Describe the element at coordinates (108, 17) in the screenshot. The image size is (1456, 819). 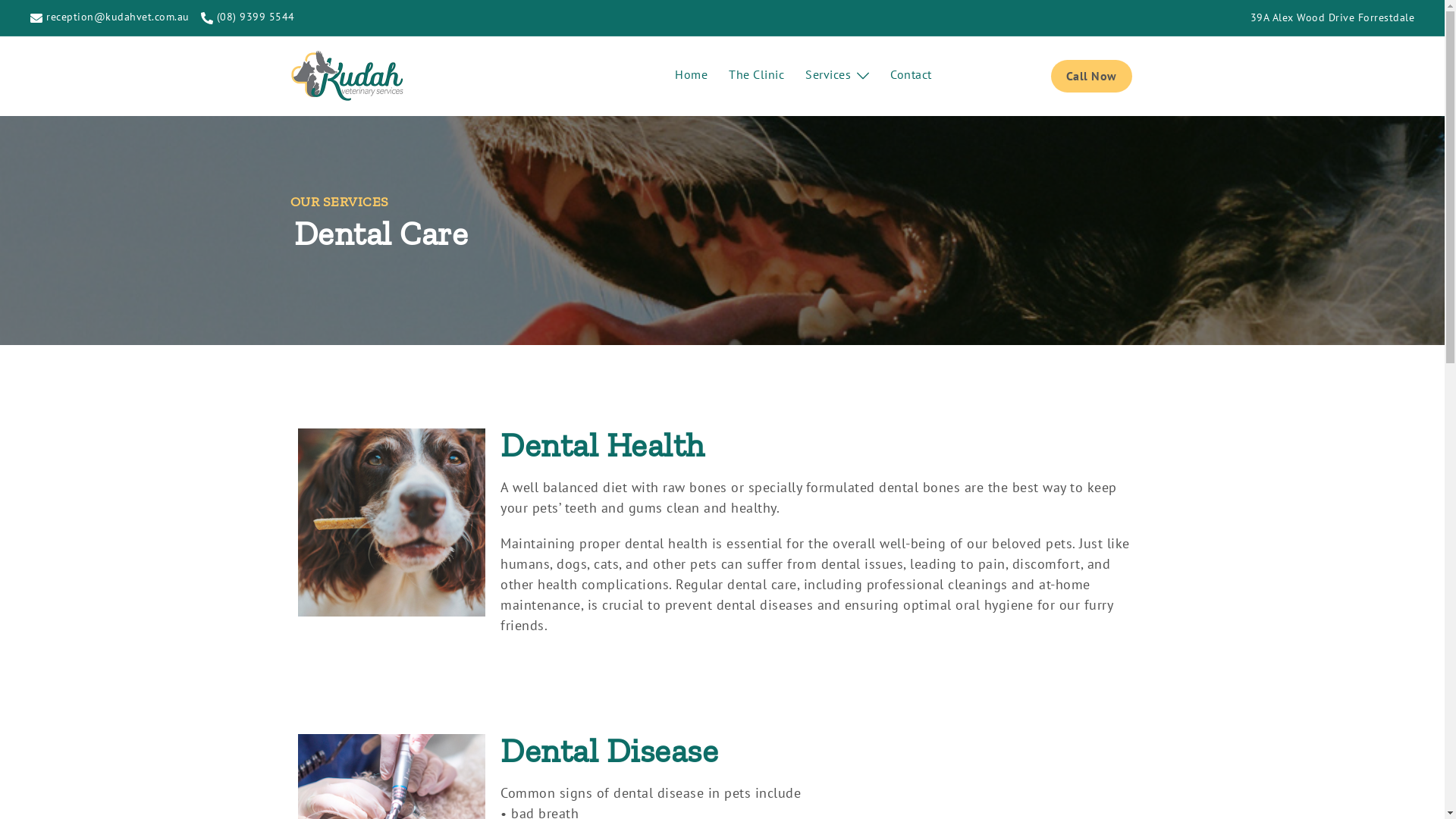
I see `'reception@kudahvet.com.au'` at that location.